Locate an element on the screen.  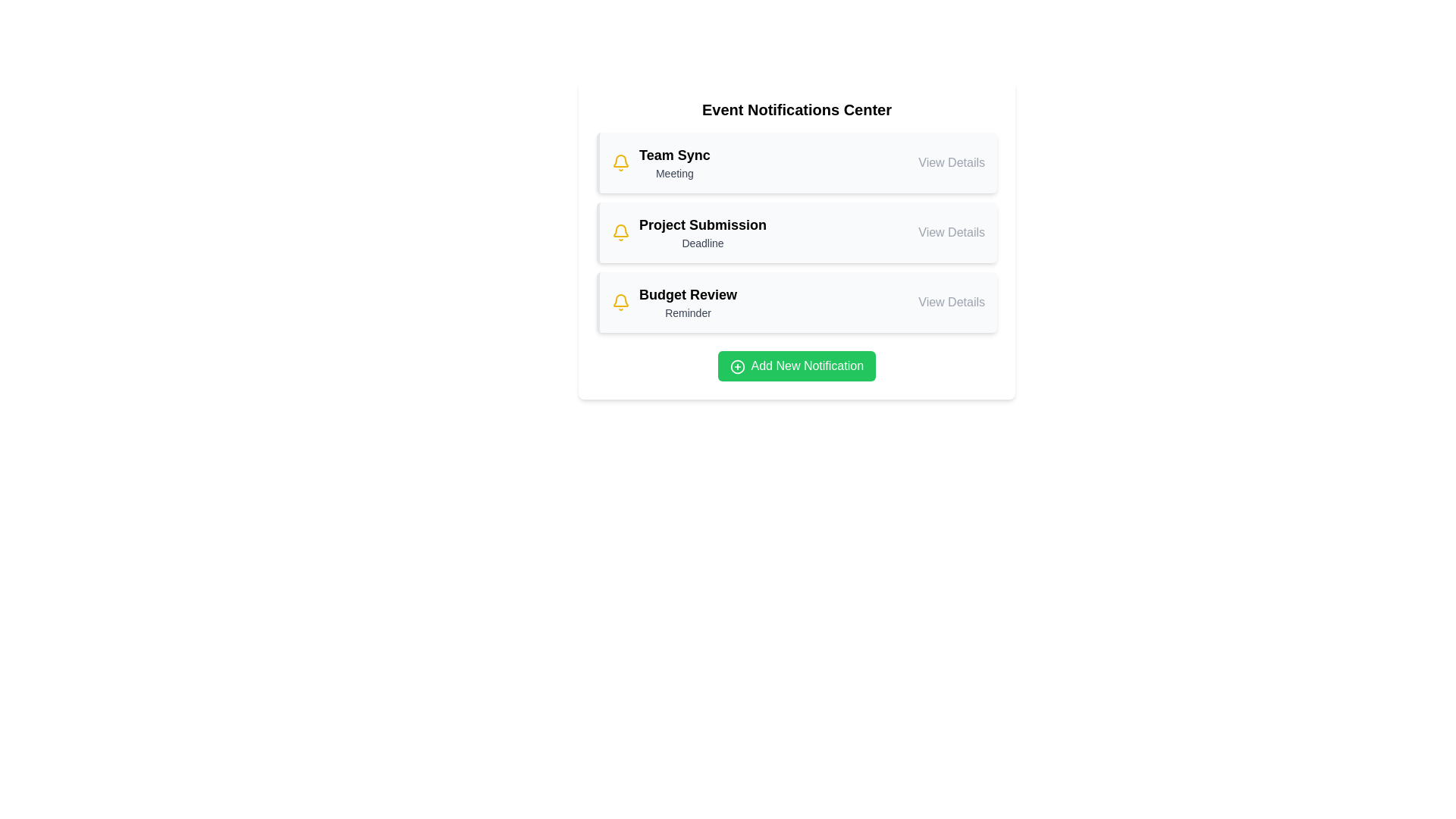
the static text label that indicates the notification type as 'Deadline', located at the bottom of the 'Project Submission' notification block is located at coordinates (701, 242).